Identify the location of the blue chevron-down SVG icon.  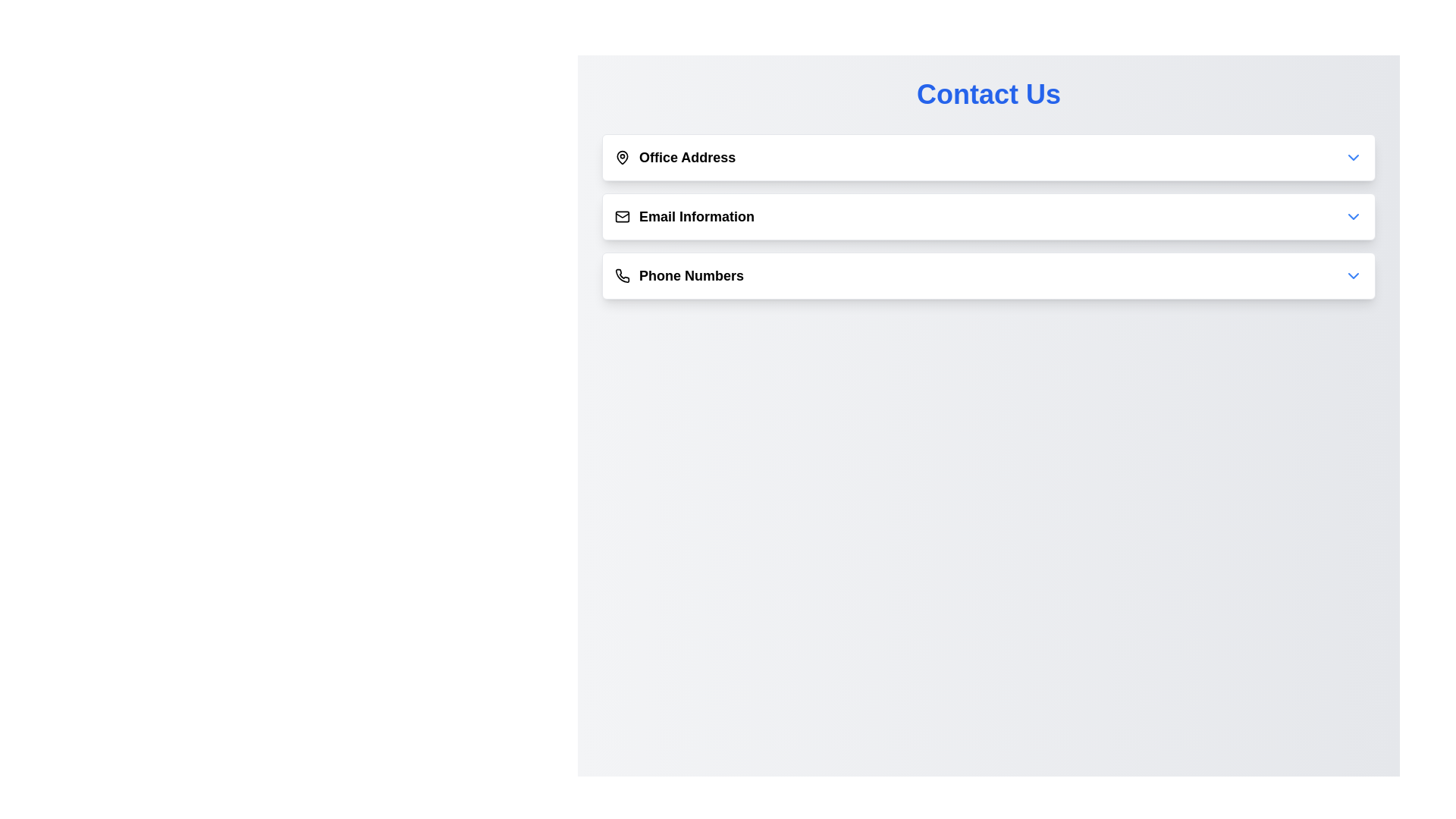
(1354, 216).